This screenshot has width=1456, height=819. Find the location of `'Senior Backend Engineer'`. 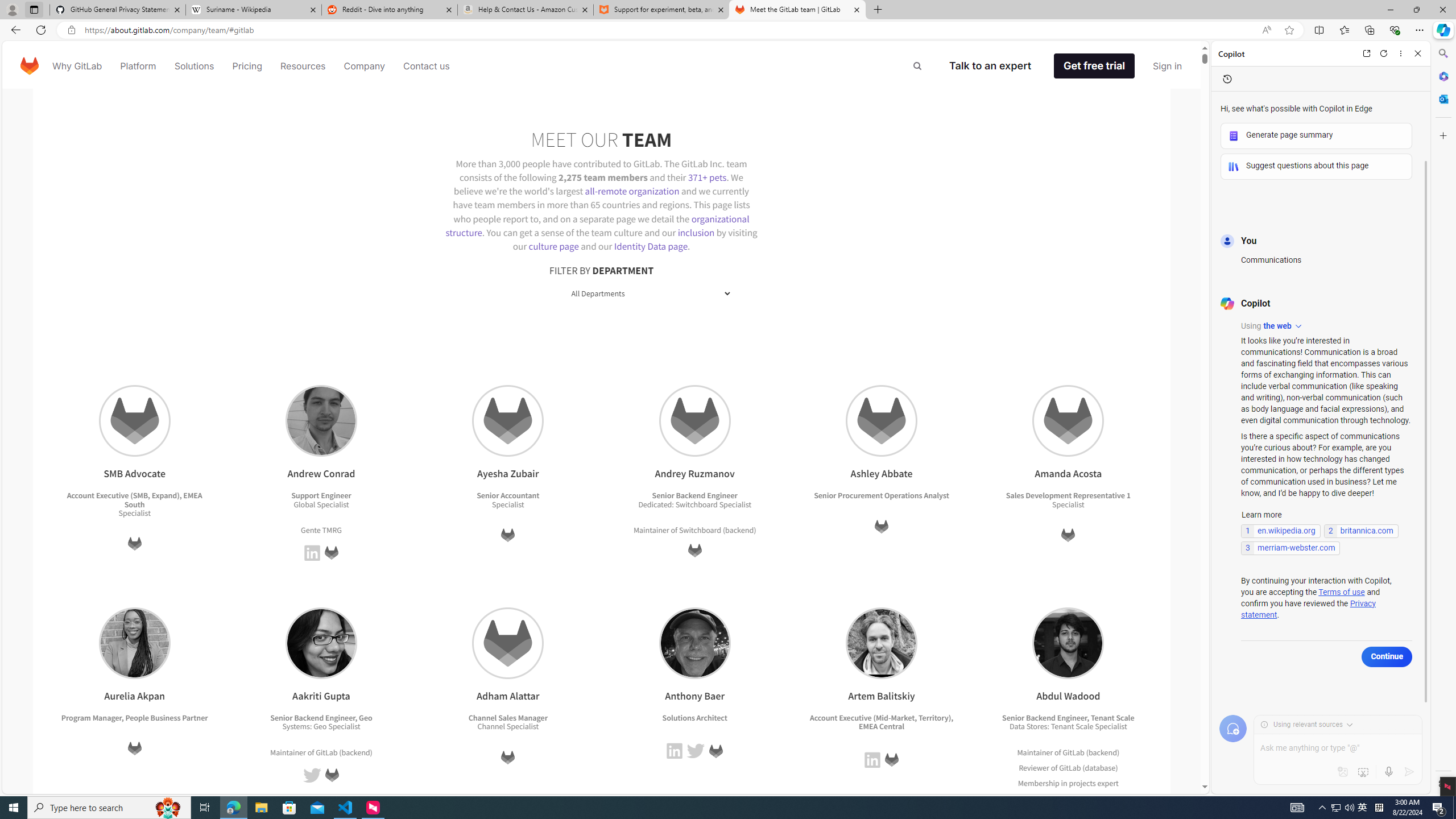

'Senior Backend Engineer' is located at coordinates (1044, 717).